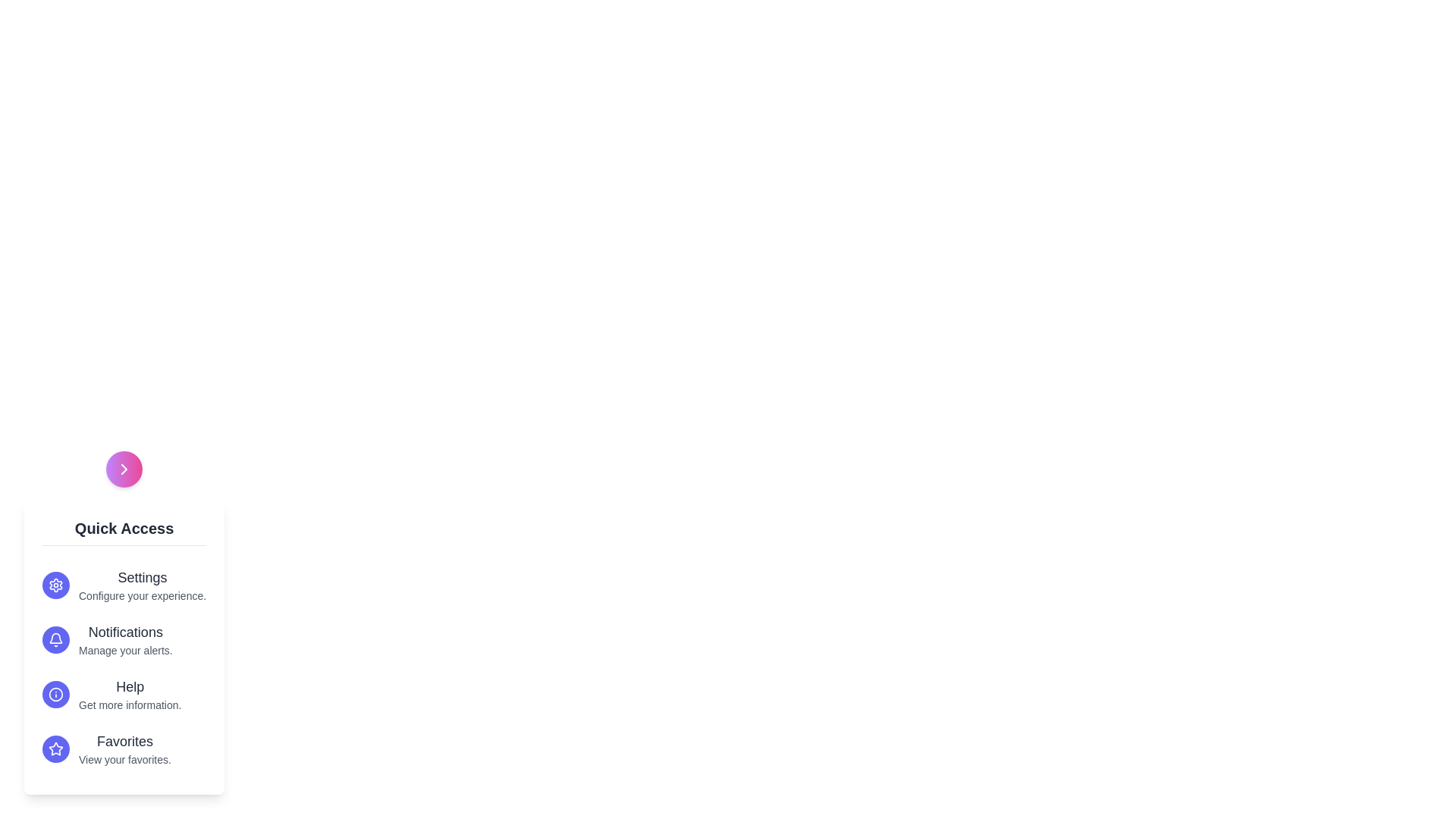  Describe the element at coordinates (124, 531) in the screenshot. I see `the 'Quick Access' header text` at that location.